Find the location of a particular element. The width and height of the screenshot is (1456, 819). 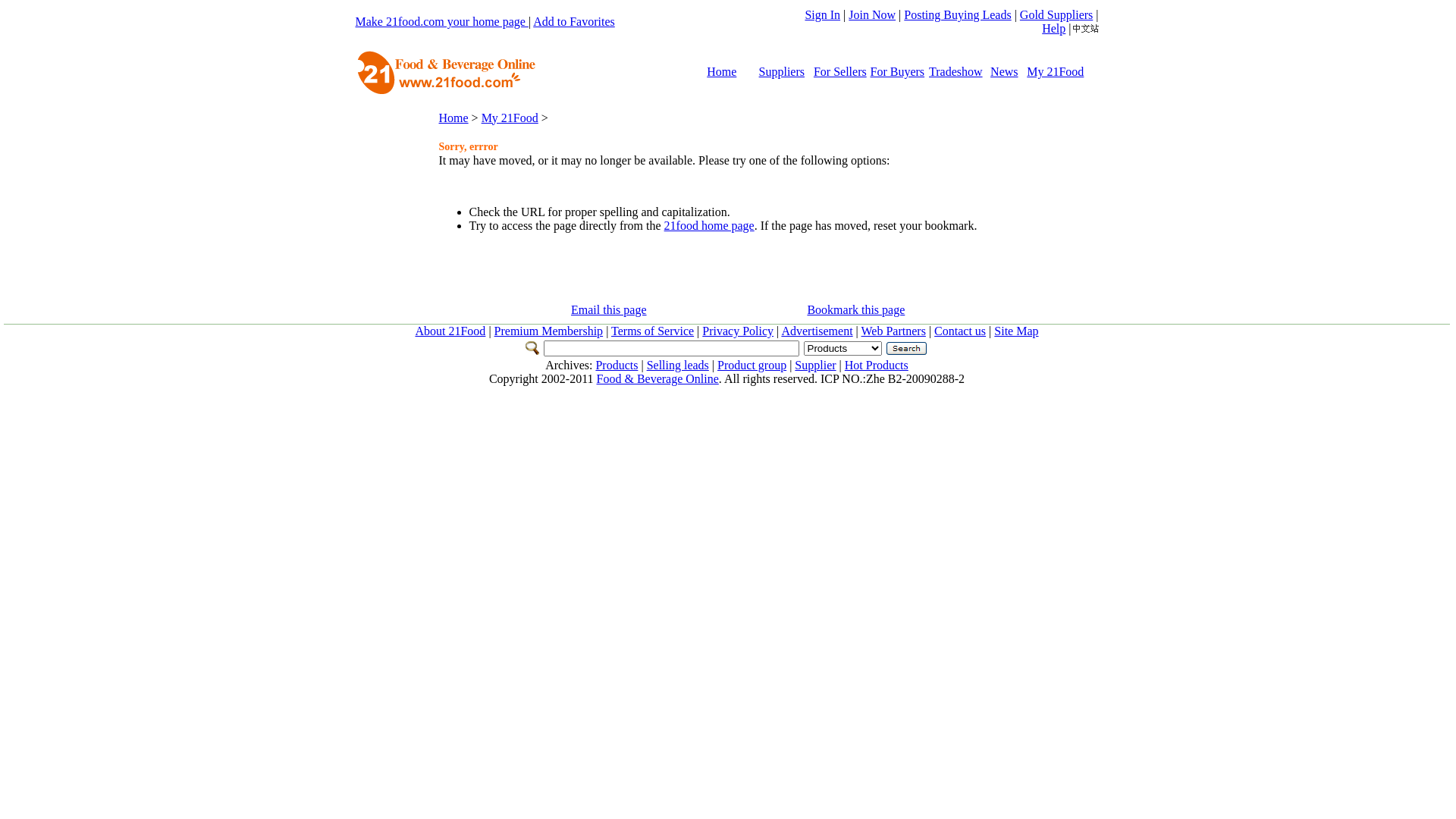

'21food home page' is located at coordinates (708, 225).